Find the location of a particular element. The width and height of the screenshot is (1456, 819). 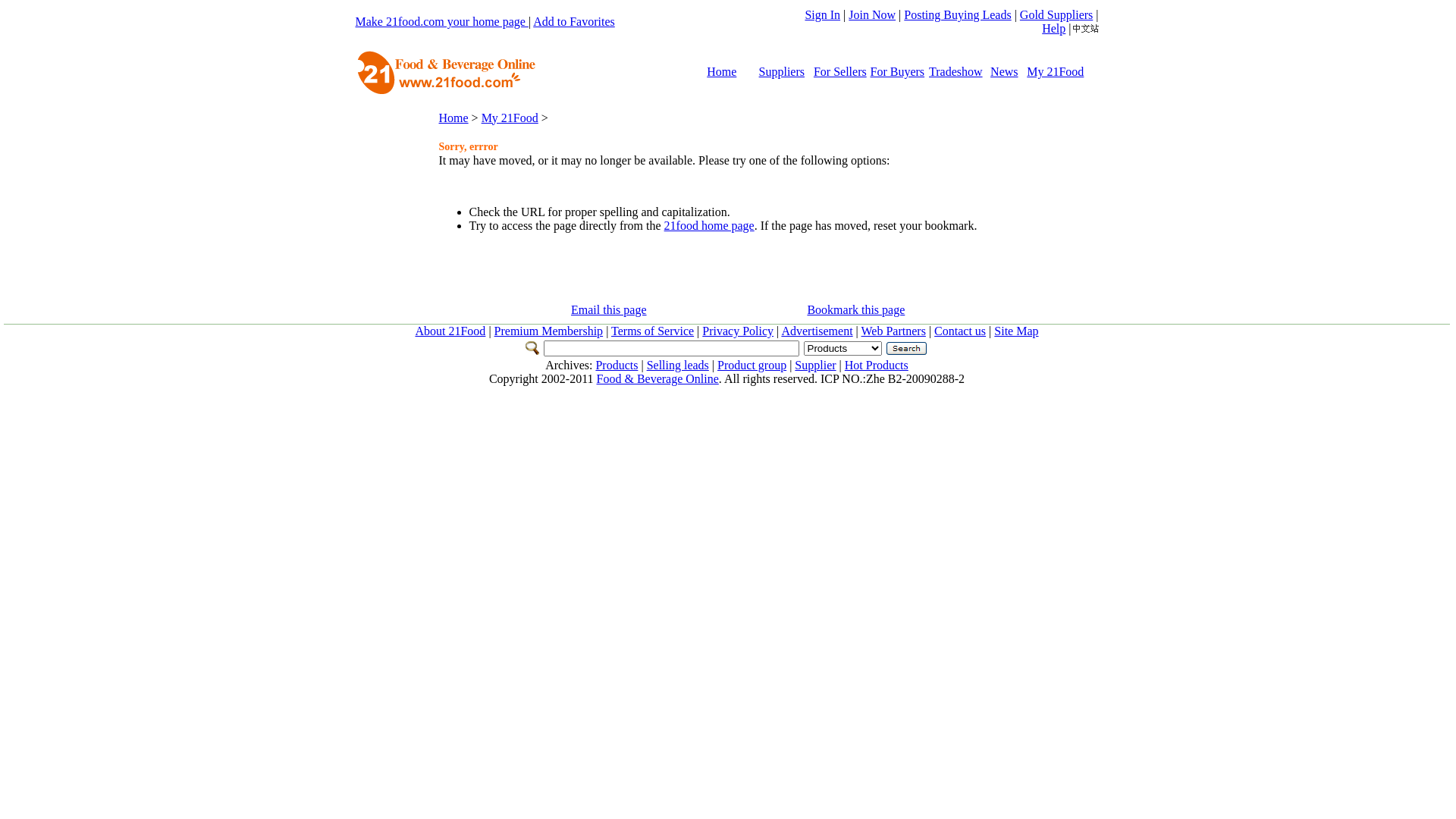

'21food home page' is located at coordinates (708, 225).